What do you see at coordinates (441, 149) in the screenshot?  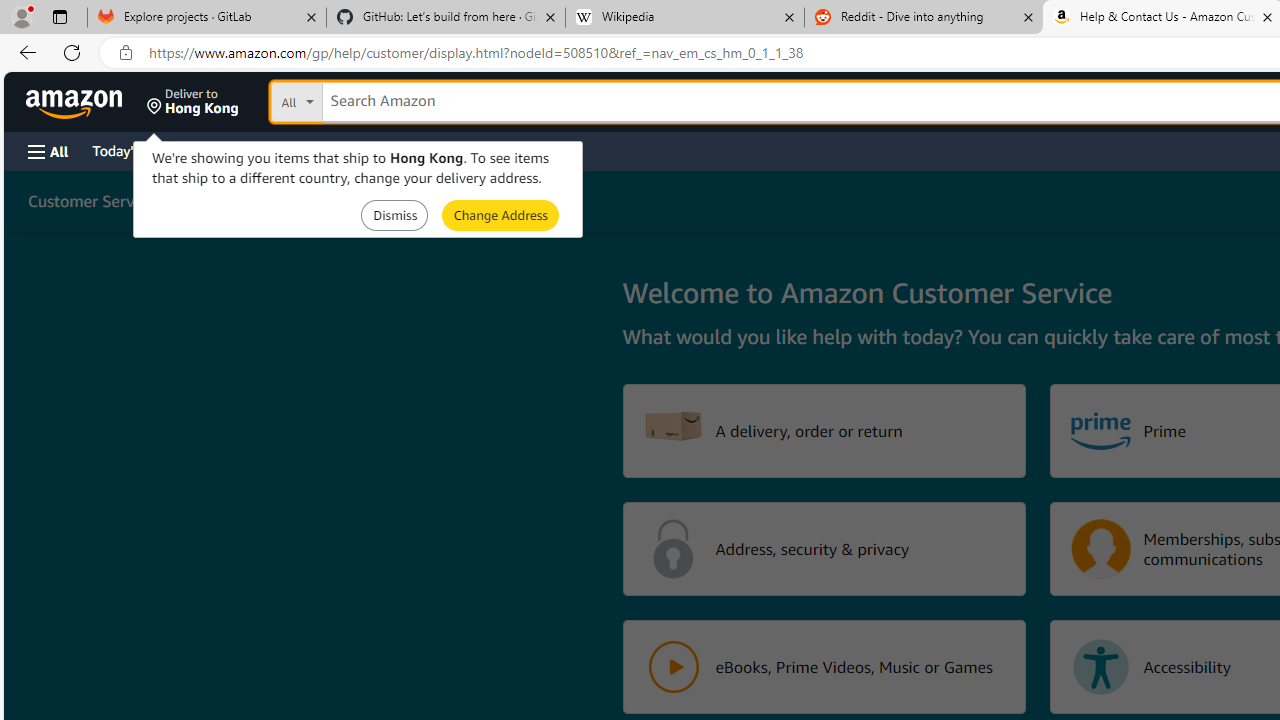 I see `'Gift Cards'` at bounding box center [441, 149].